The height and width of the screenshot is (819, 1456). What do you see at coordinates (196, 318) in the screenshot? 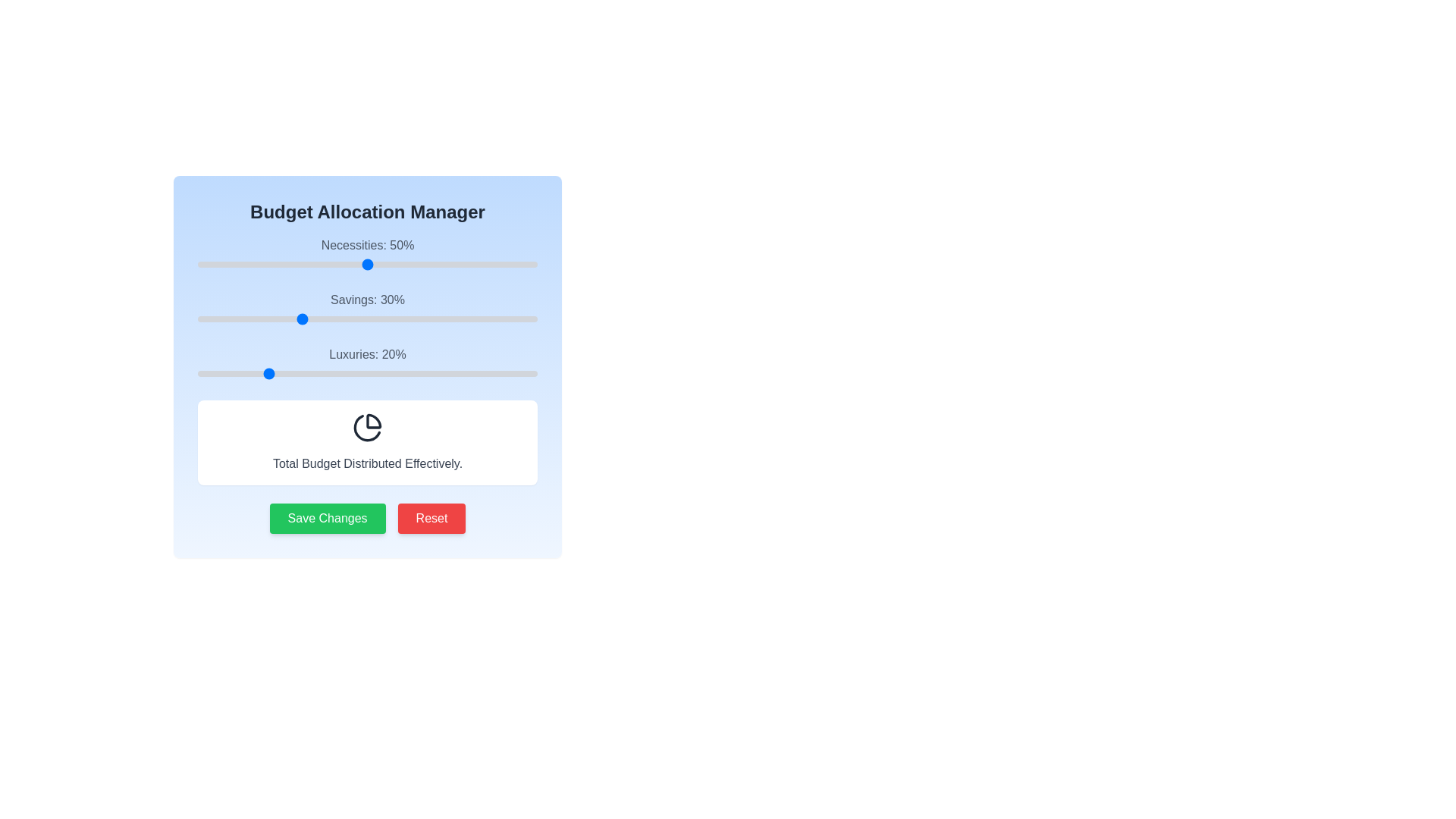
I see `savings percentage` at bounding box center [196, 318].